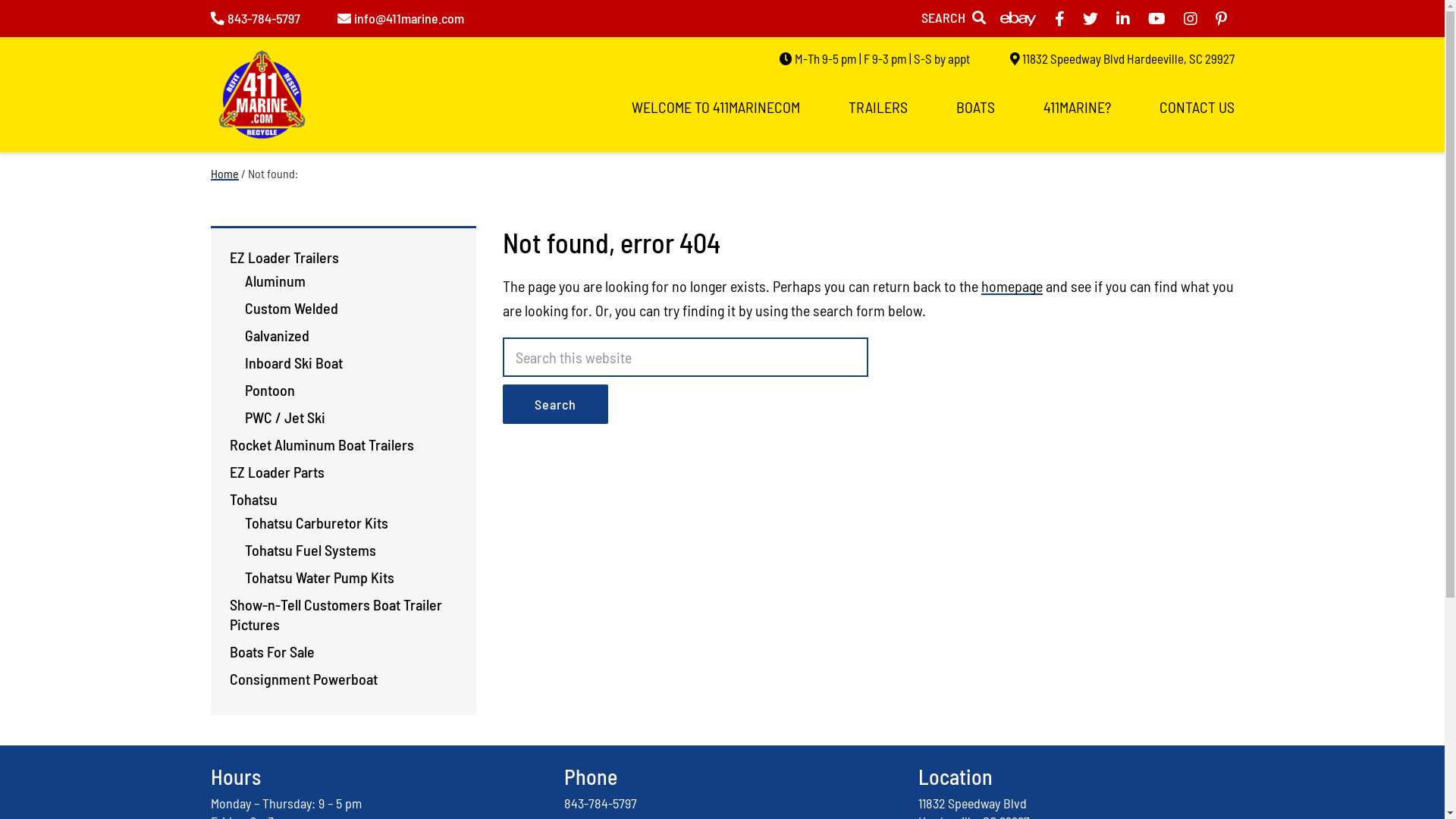  I want to click on 'Instagram', so click(1182, 18).